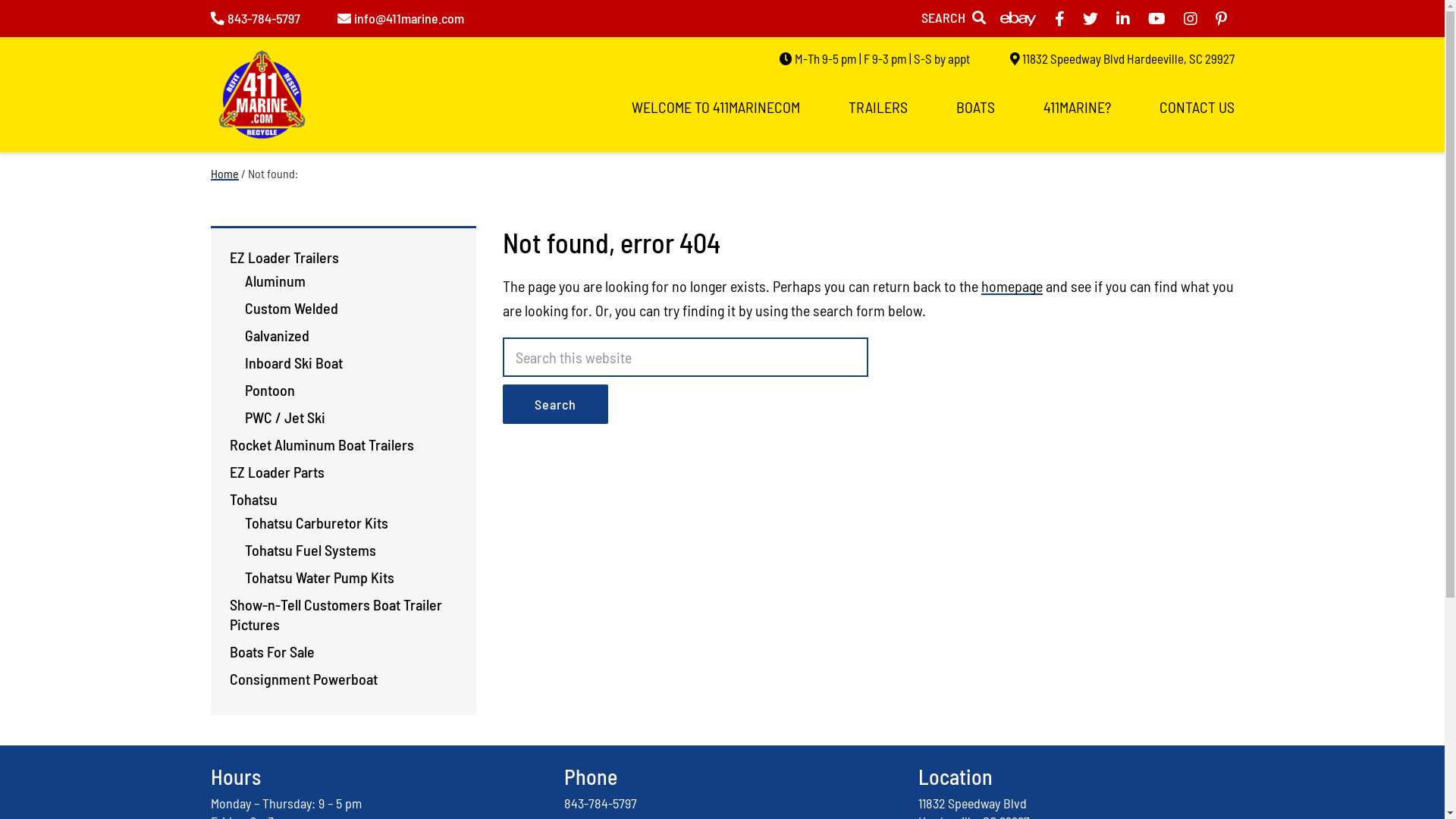  I want to click on 'Instagram', so click(1182, 18).